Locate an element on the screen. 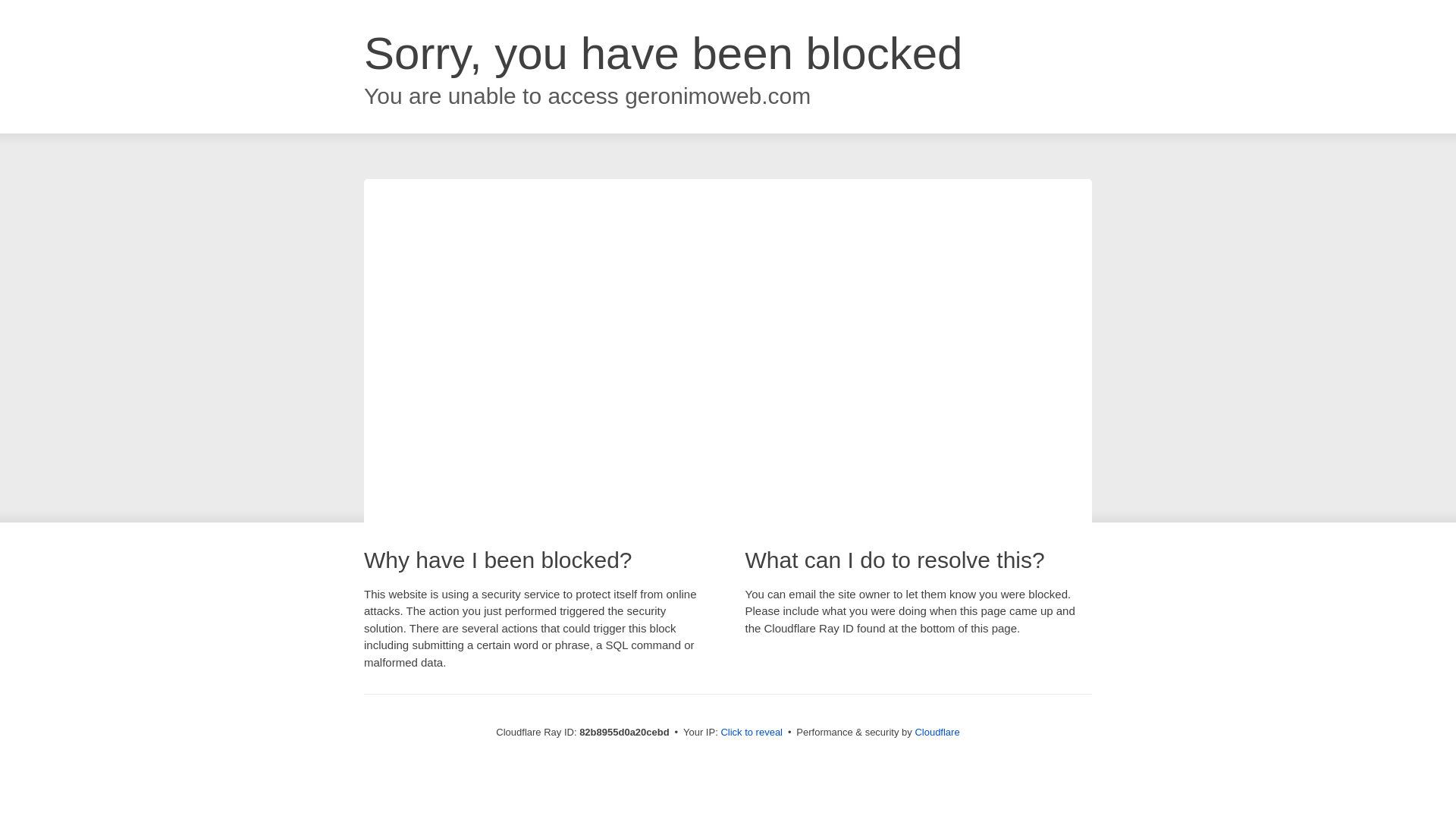  'Cloudflare' is located at coordinates (936, 731).